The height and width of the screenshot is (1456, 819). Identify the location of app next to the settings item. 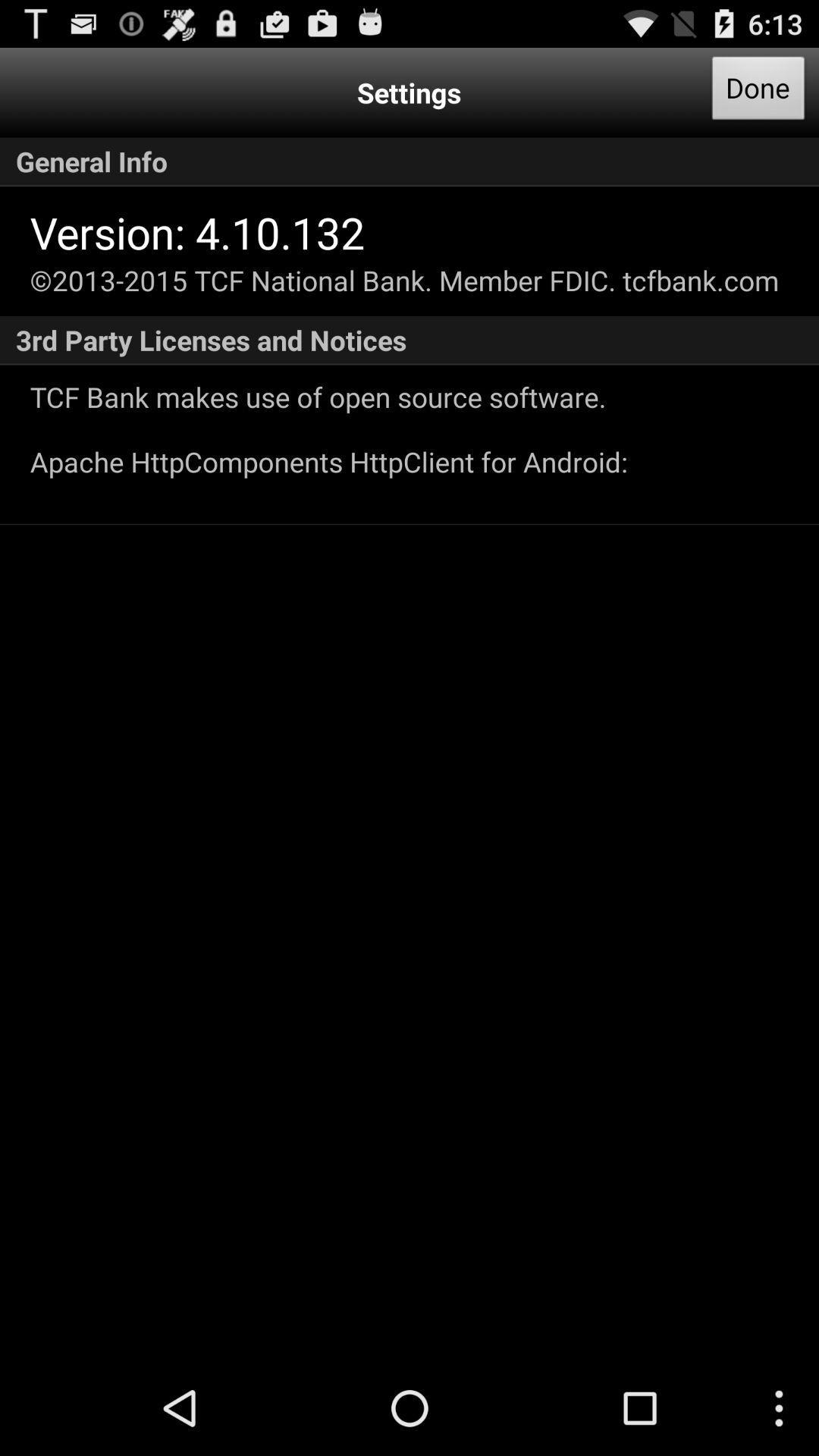
(758, 92).